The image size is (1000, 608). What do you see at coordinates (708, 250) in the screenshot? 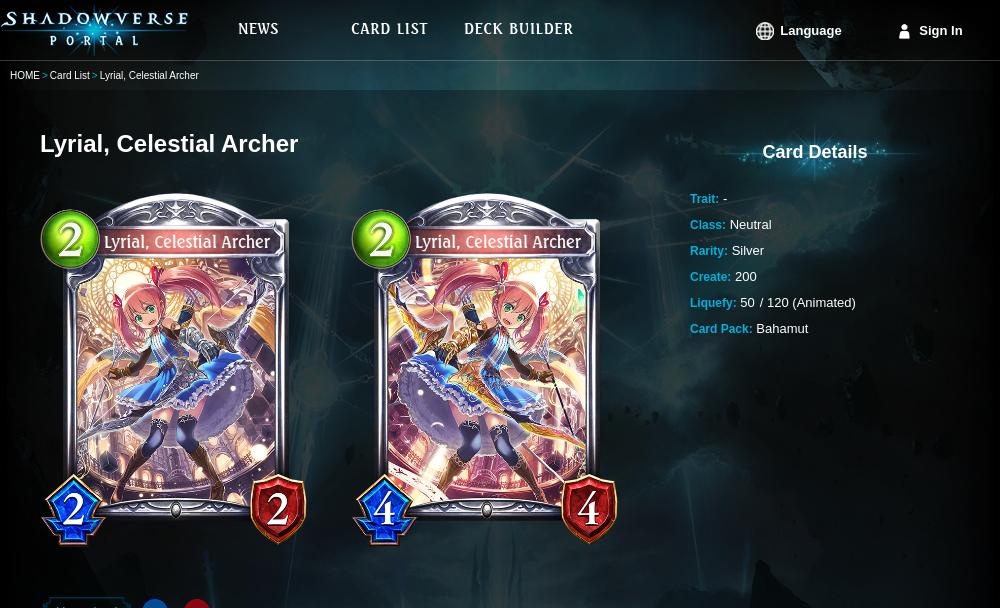
I see `'Rarity:'` at bounding box center [708, 250].